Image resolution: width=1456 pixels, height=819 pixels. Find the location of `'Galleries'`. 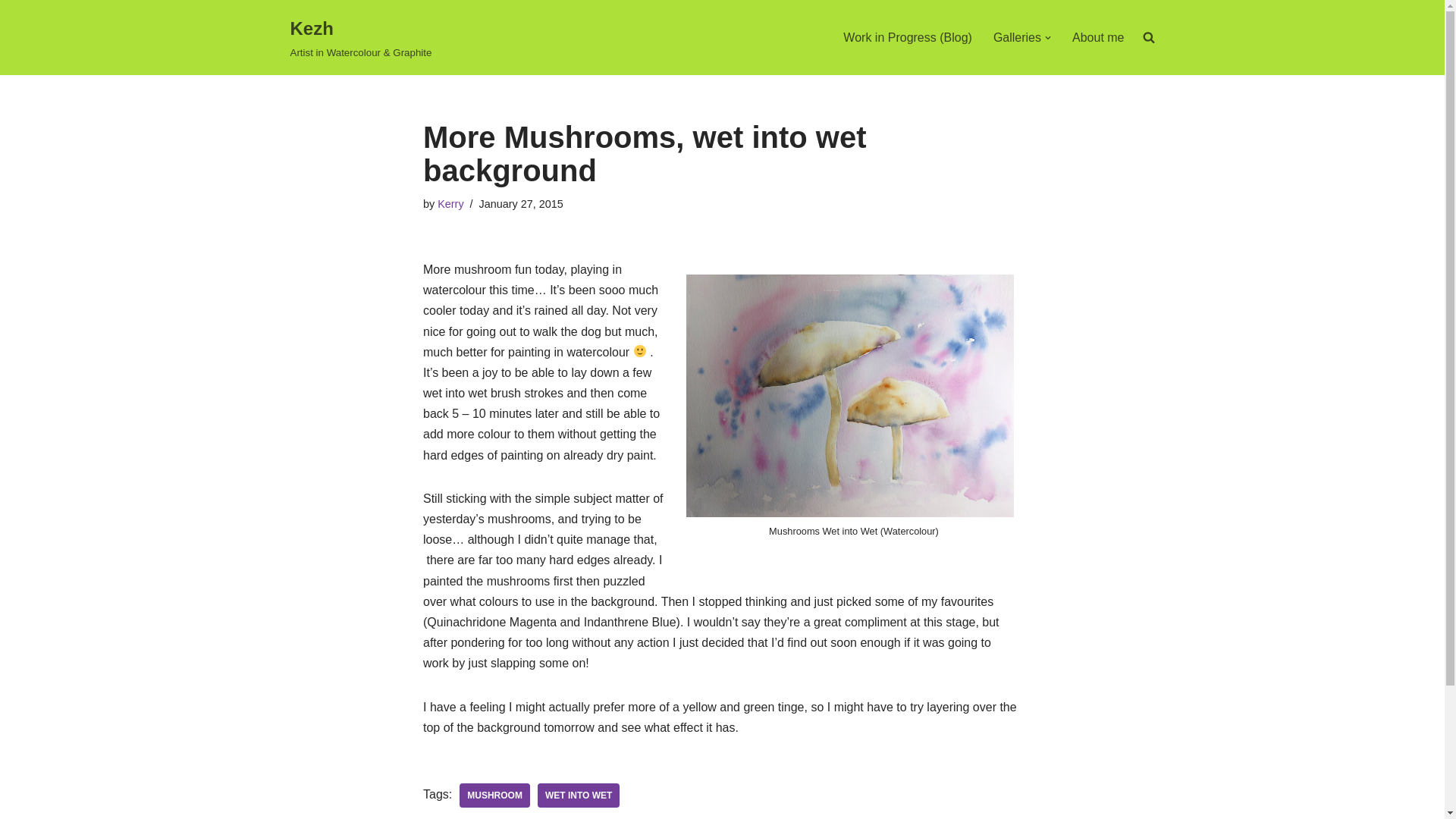

'Galleries' is located at coordinates (1017, 36).